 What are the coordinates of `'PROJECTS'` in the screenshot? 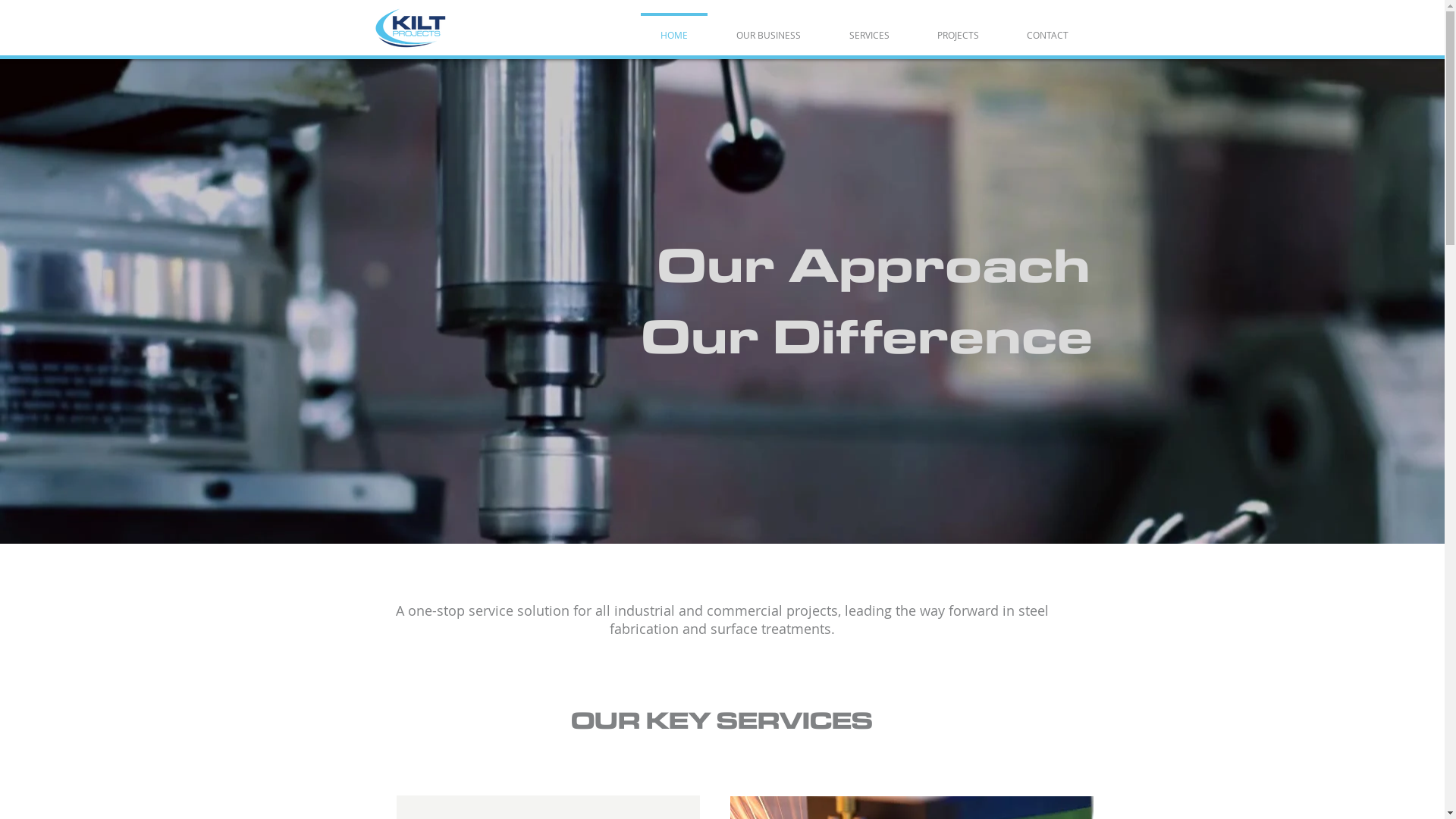 It's located at (956, 28).